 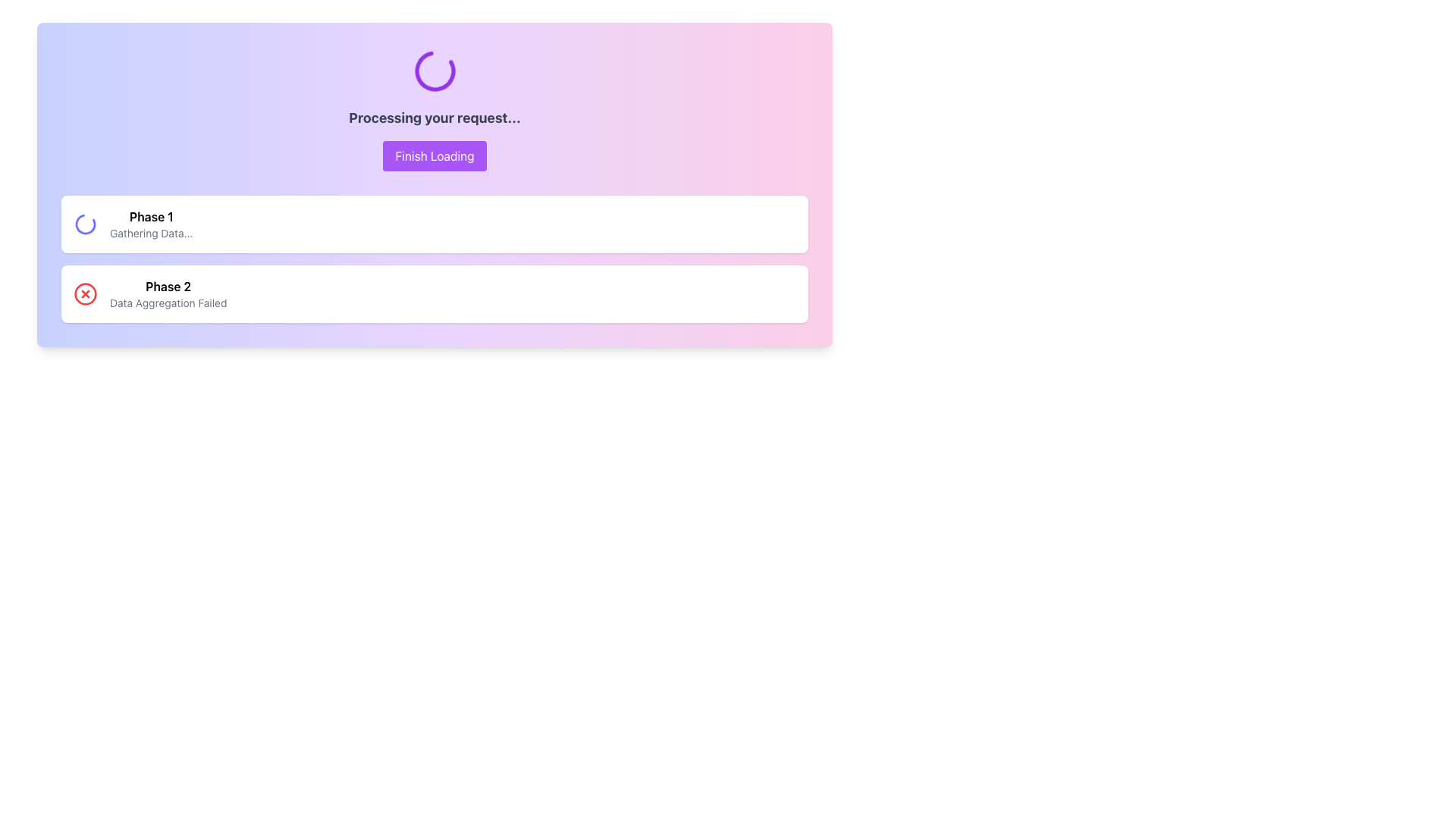 I want to click on the 'Phase 1' text label, which is displayed in bold font style and indicates emphasis as part of a sequence of related information, so click(x=151, y=216).